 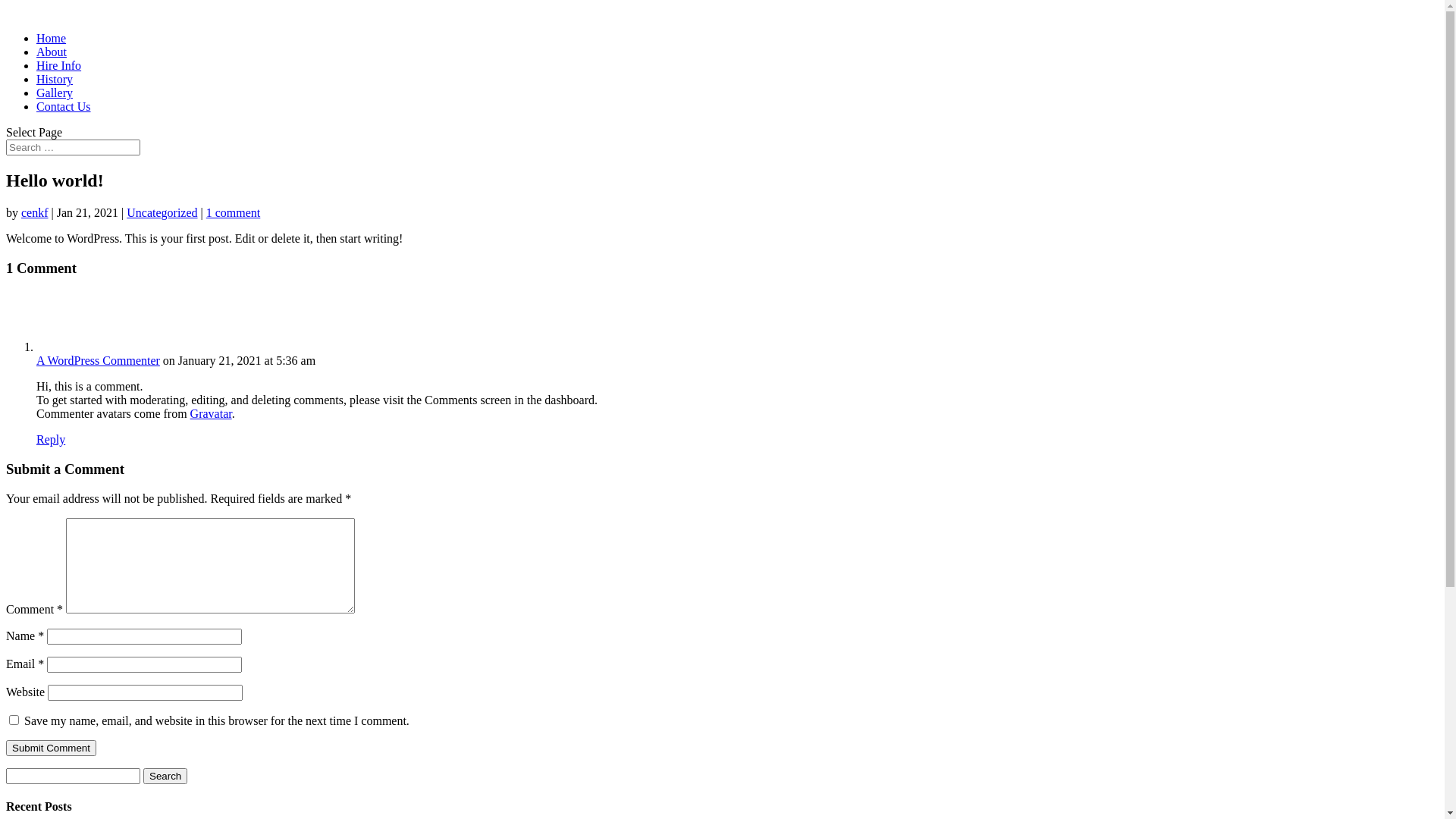 What do you see at coordinates (232, 212) in the screenshot?
I see `'1 comment'` at bounding box center [232, 212].